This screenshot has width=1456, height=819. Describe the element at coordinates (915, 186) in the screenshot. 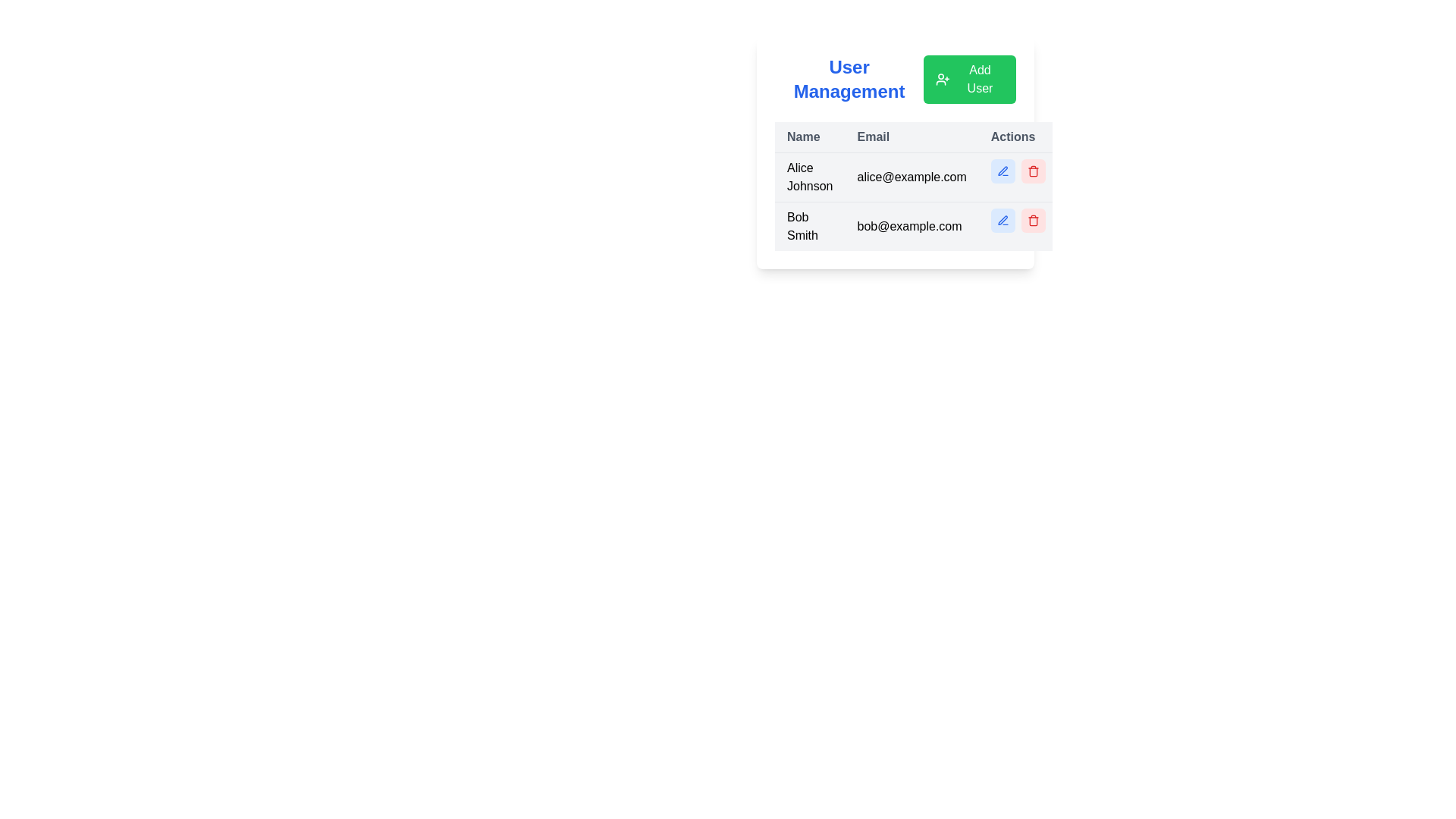

I see `the user details row` at that location.